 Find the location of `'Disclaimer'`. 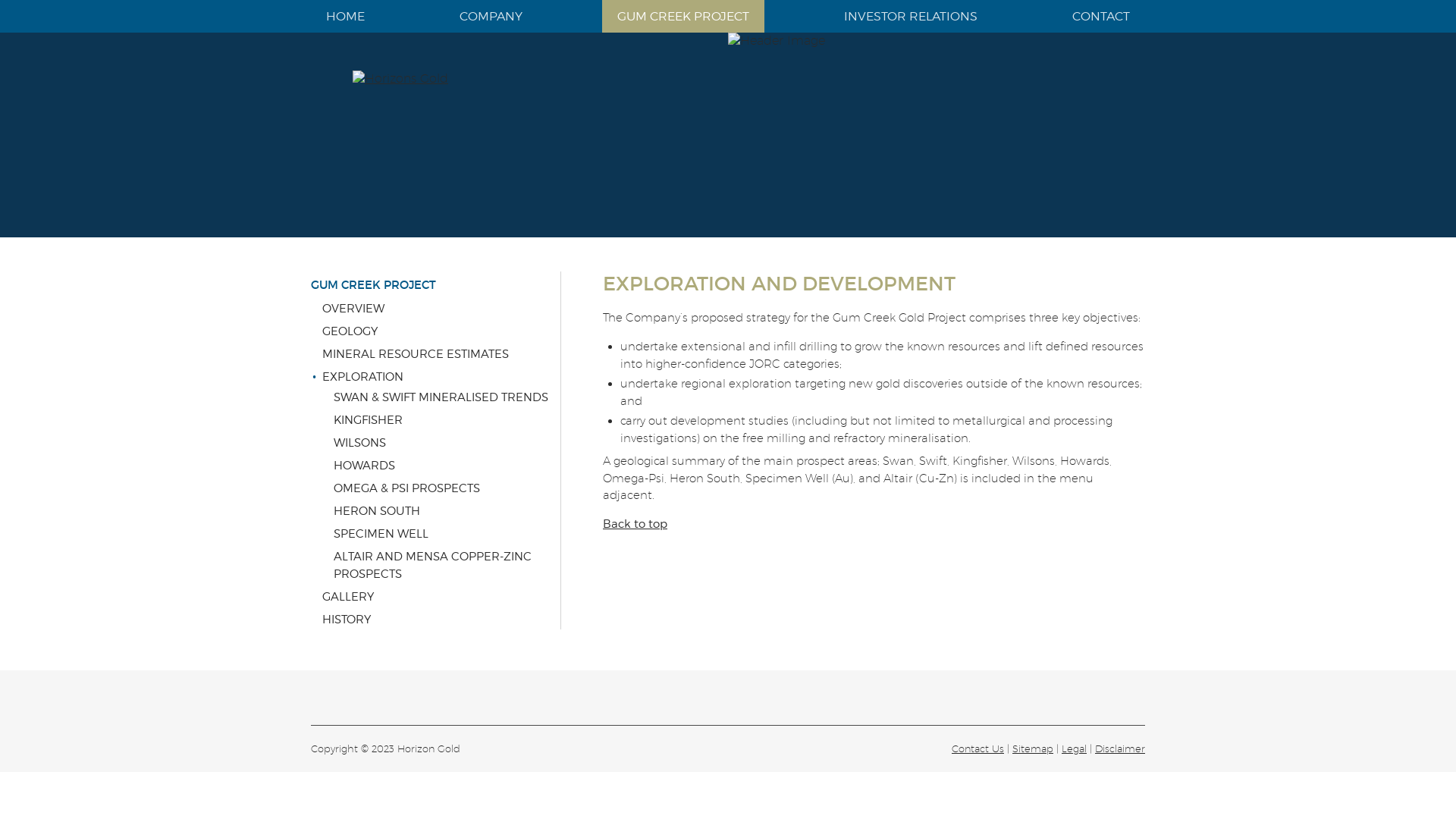

'Disclaimer' is located at coordinates (1120, 748).